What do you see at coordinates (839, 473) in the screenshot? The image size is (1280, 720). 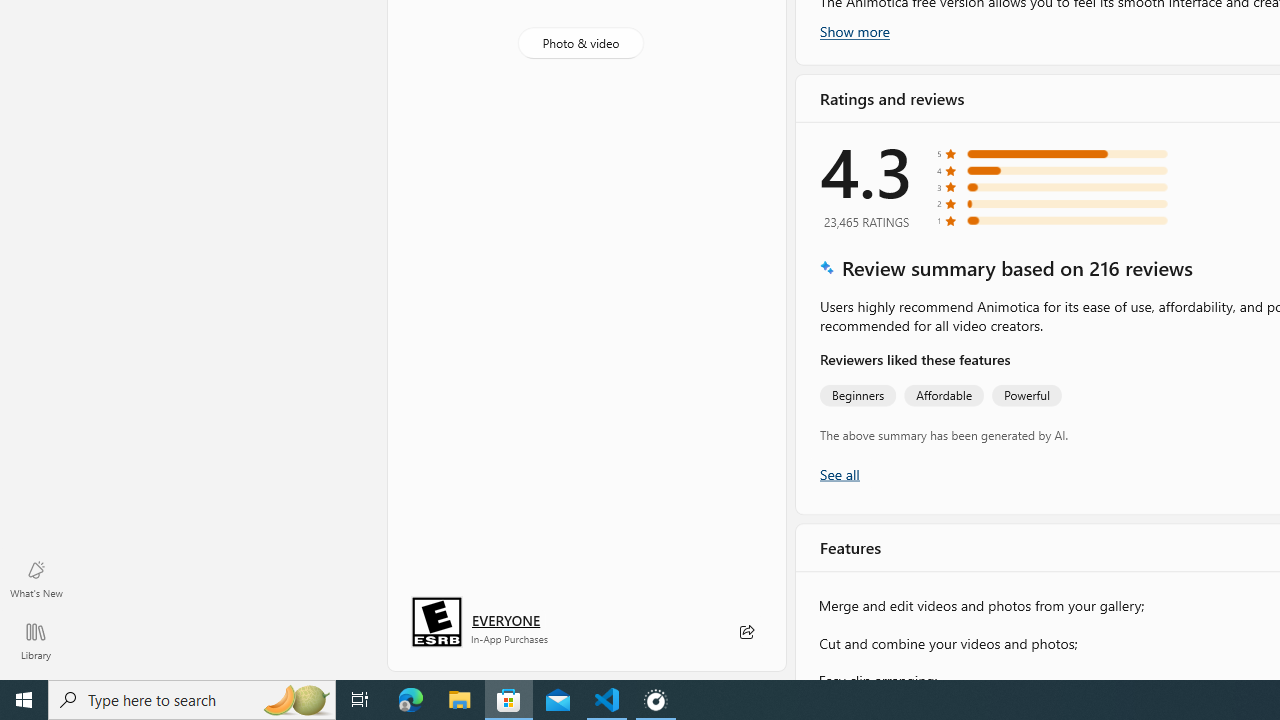 I see `'Show all ratings and reviews'` at bounding box center [839, 473].